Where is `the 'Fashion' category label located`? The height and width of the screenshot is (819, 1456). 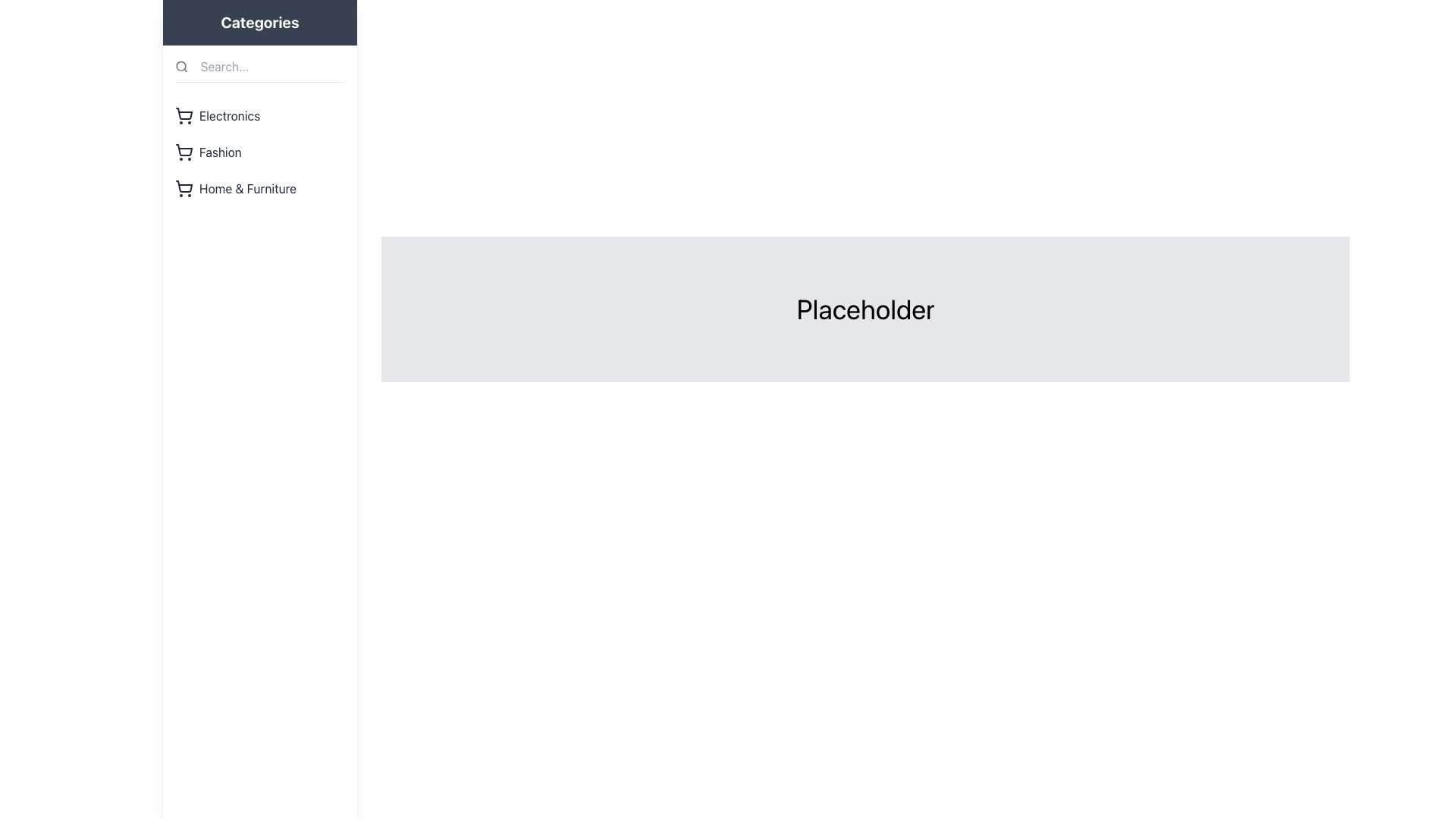
the 'Fashion' category label located is located at coordinates (219, 152).